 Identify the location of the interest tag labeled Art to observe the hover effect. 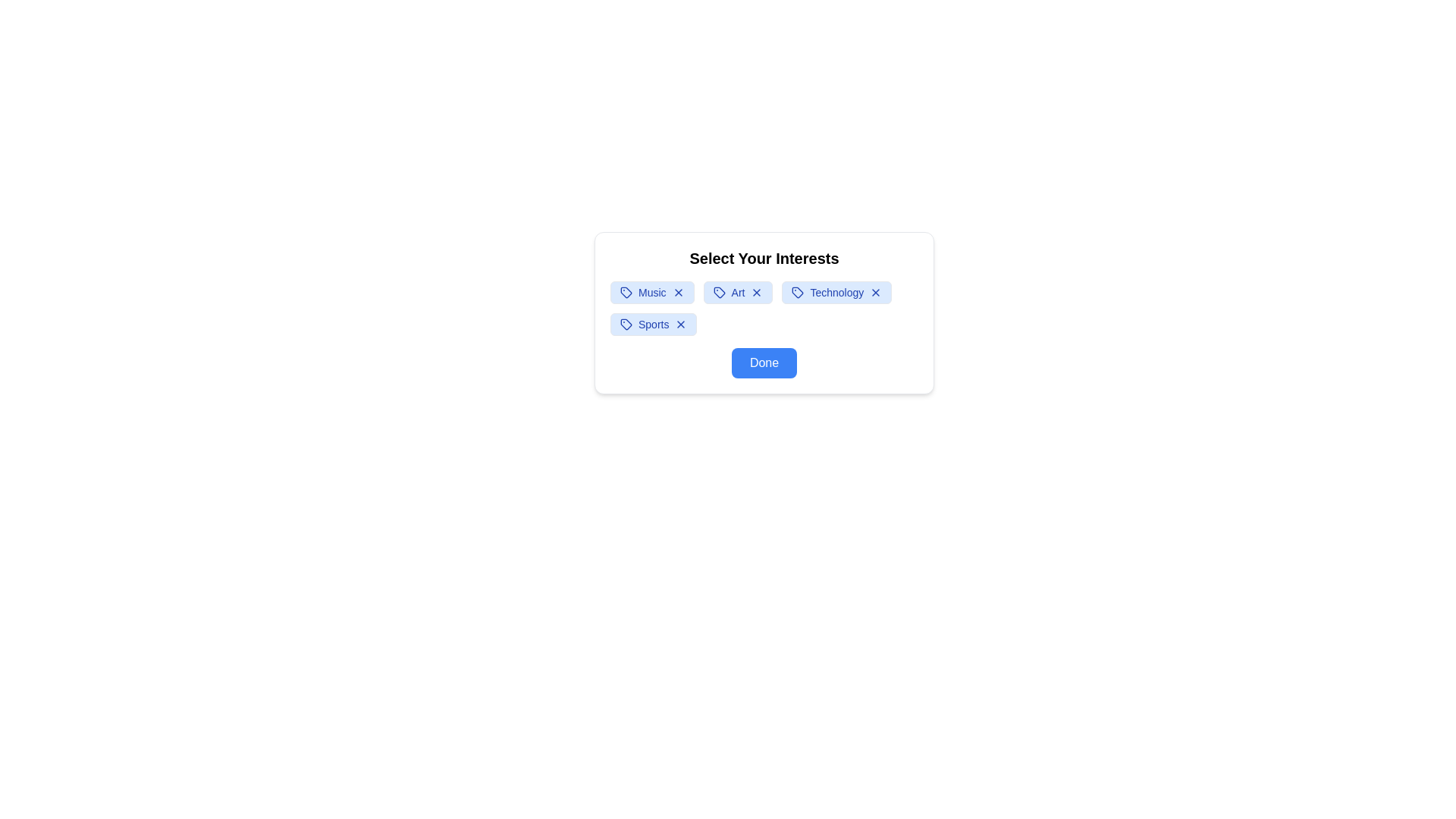
(738, 292).